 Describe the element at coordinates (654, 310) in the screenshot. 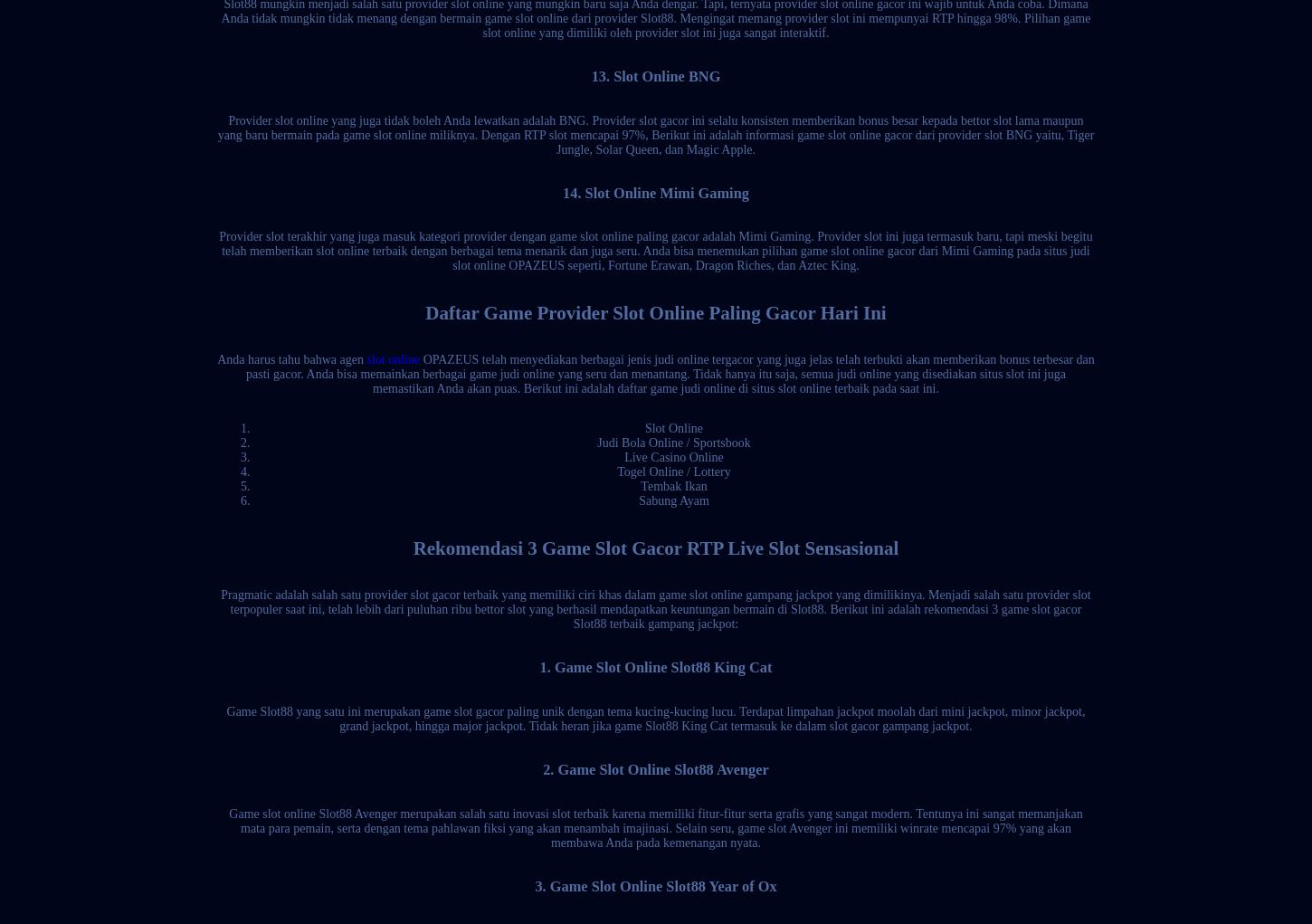

I see `'Daftar Game Provider Slot Online Paling Gacor Hari Ini'` at that location.